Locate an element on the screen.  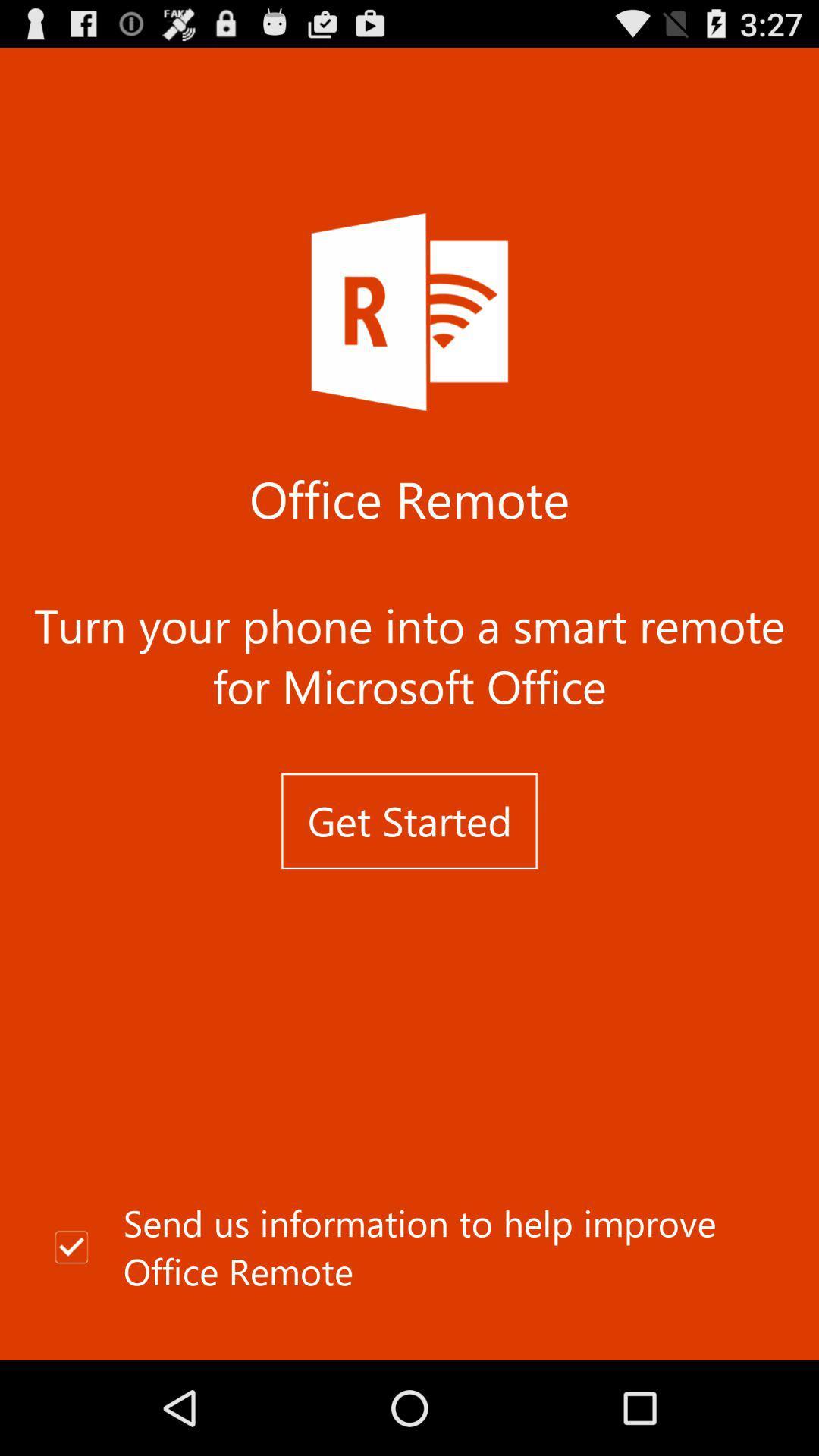
the send us information at the bottom is located at coordinates (409, 1247).